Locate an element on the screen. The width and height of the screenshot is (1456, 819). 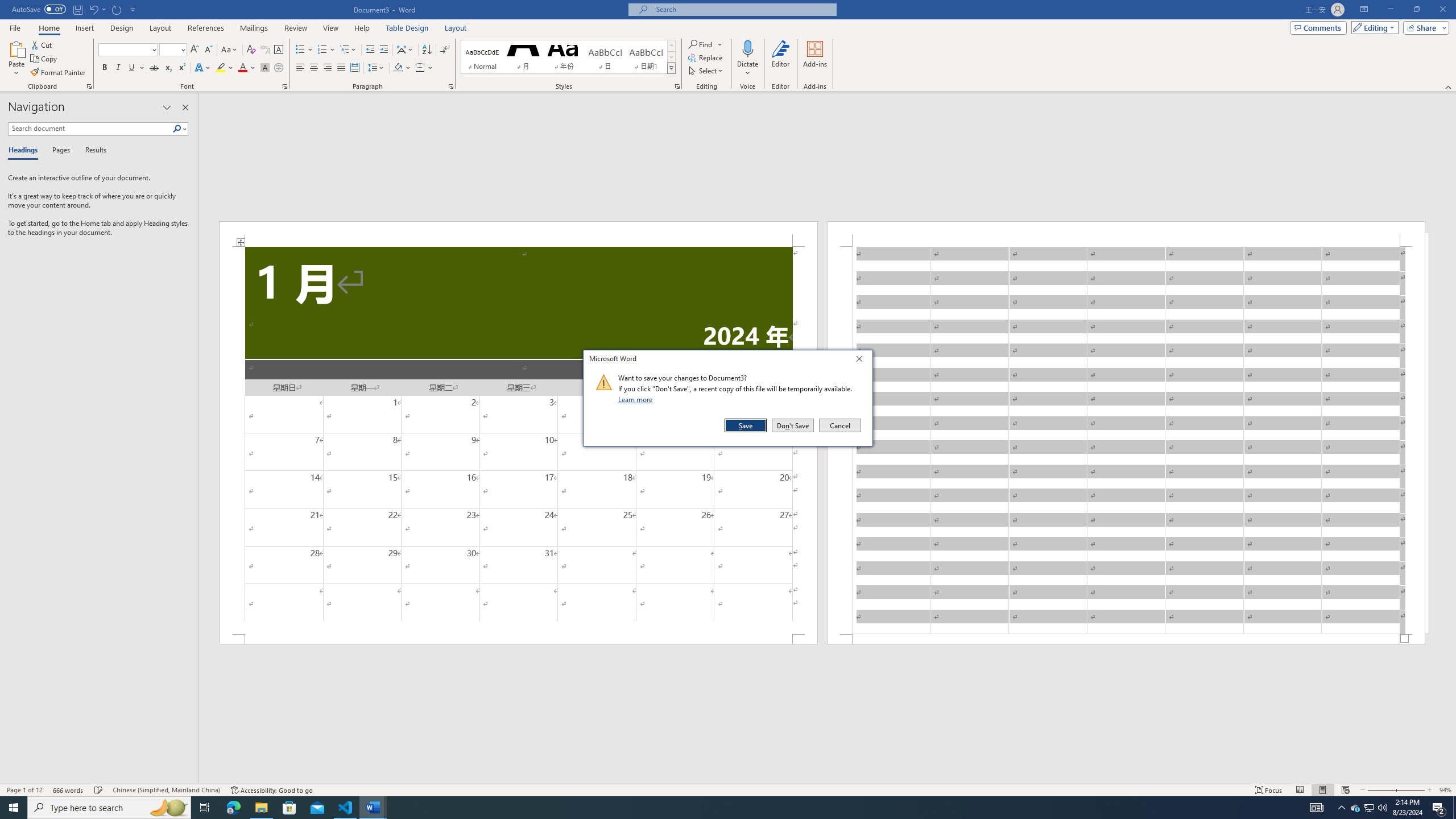
'View' is located at coordinates (331, 28).